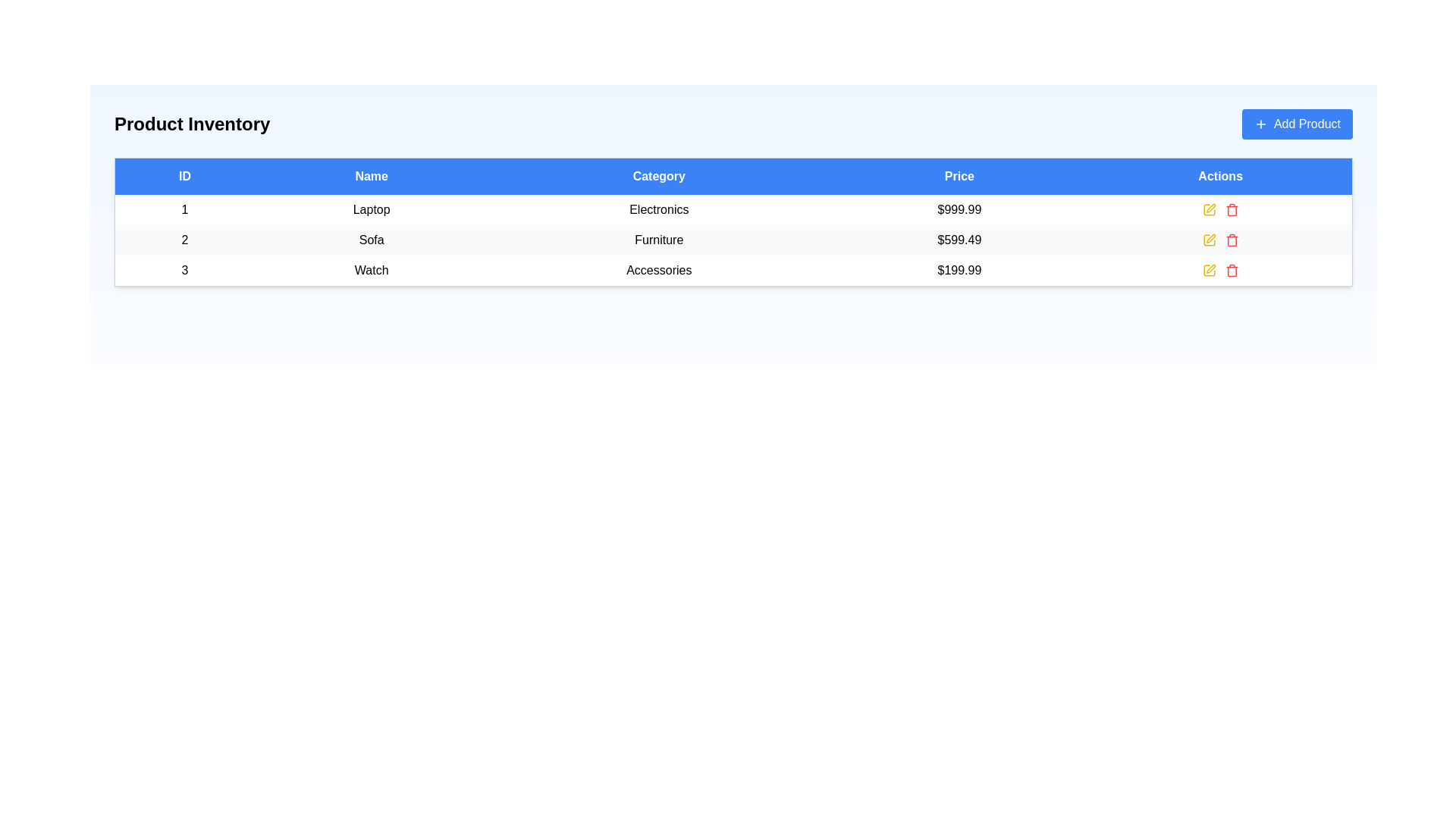  I want to click on the edit icon located in the actions column of the second row of the table, positioned between the product 'Sofa' and the delete icon, to initiate editing, so click(1208, 239).